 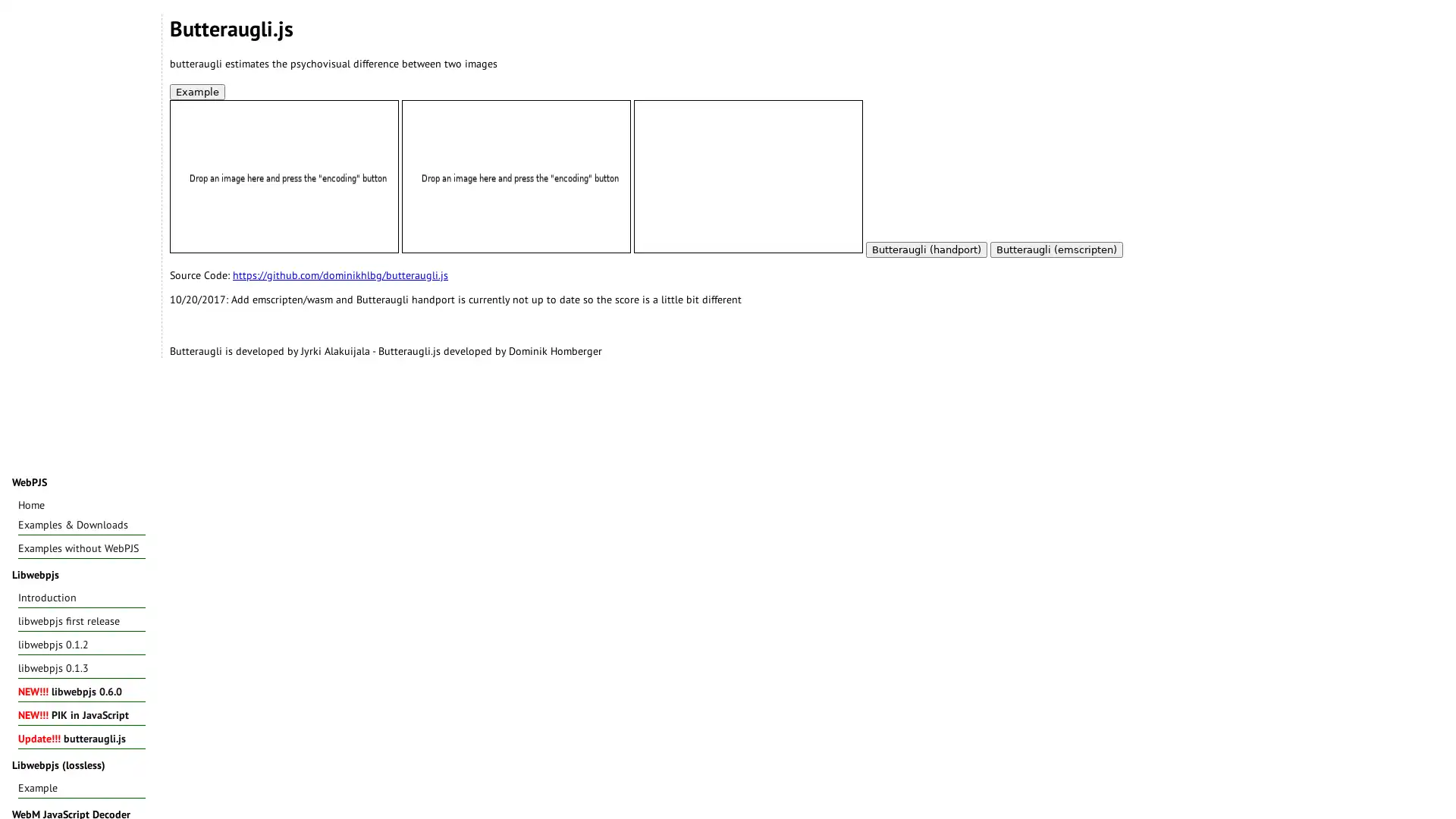 What do you see at coordinates (926, 248) in the screenshot?
I see `Butteraugli (handport)` at bounding box center [926, 248].